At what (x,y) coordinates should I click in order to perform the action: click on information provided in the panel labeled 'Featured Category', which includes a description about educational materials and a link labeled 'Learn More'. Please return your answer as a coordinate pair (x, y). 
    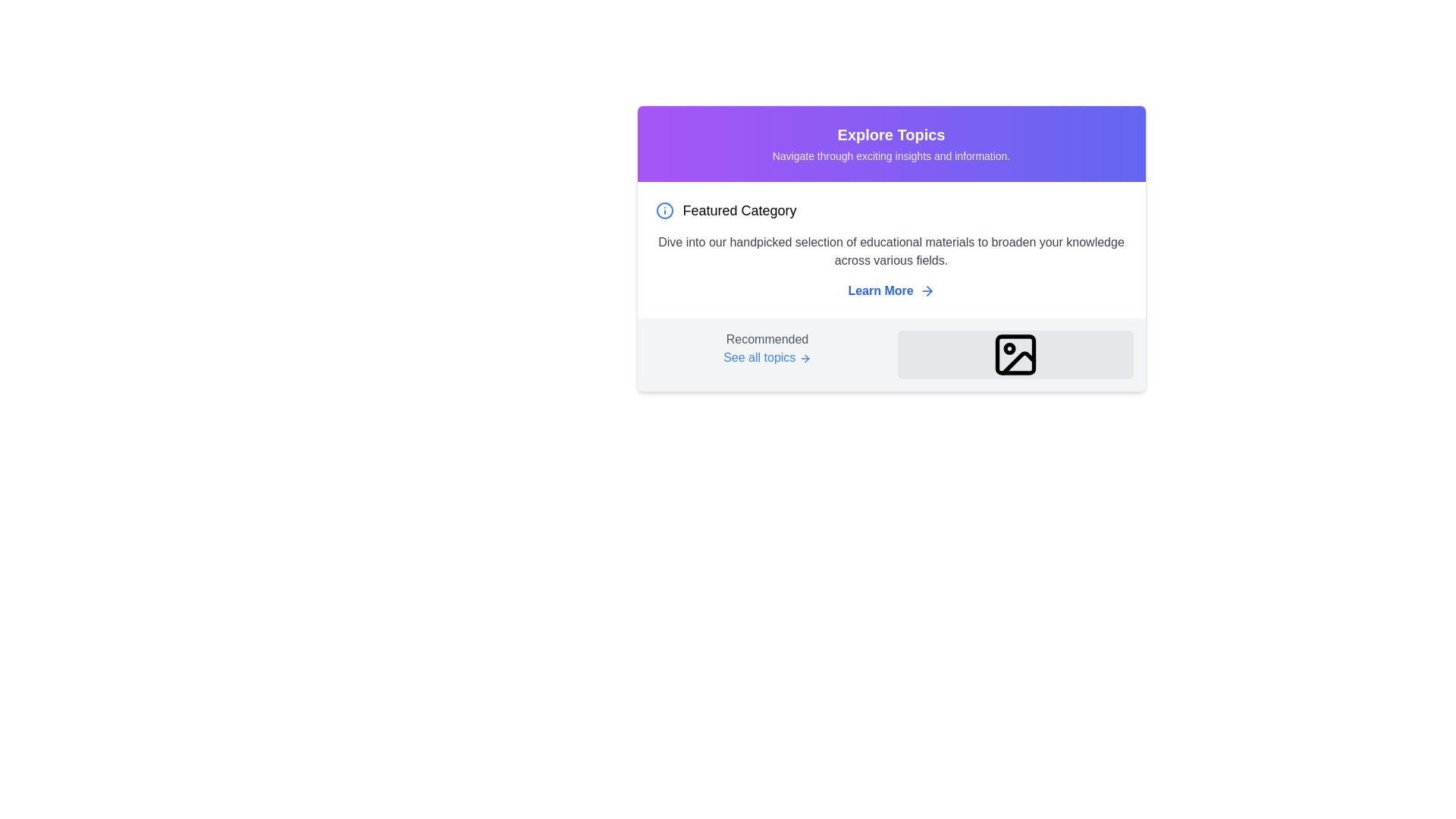
    Looking at the image, I should click on (891, 249).